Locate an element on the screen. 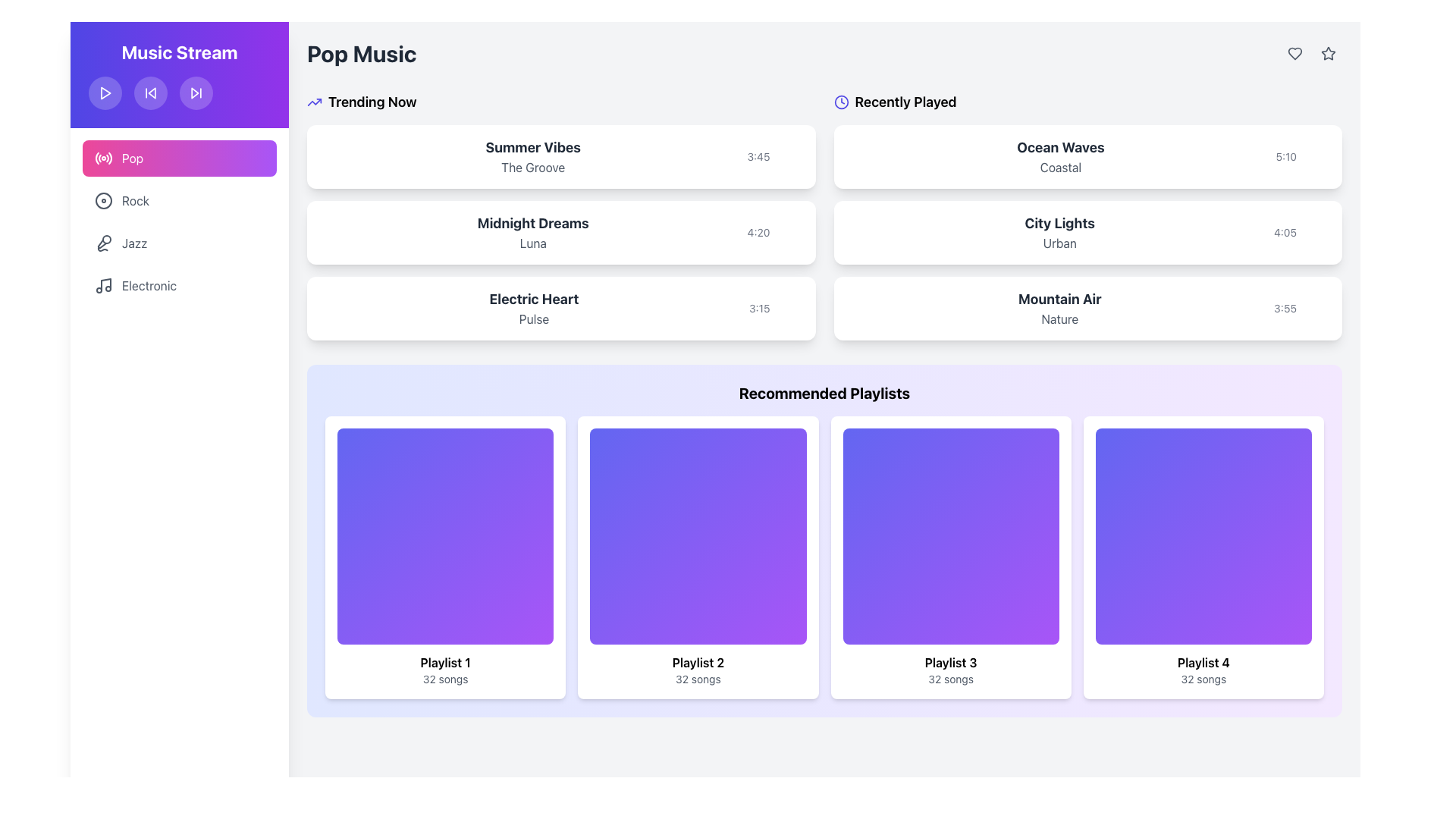 This screenshot has height=819, width=1456. the small triangular icon located to the right of the 'Play' button in the left-aligned vertical menu bar under the 'Music Stream' title is located at coordinates (152, 93).